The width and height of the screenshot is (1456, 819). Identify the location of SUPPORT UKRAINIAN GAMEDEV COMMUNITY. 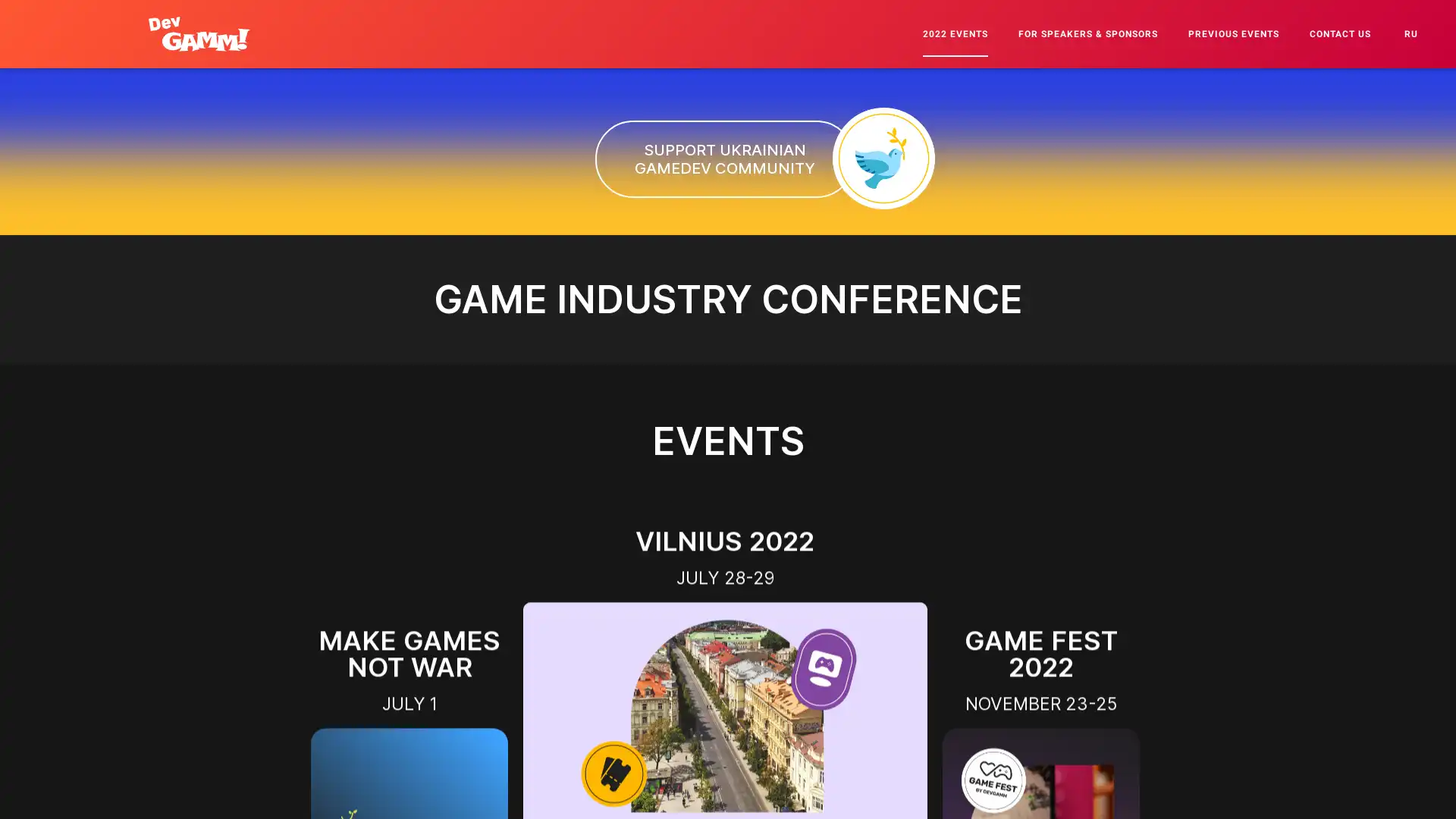
(723, 158).